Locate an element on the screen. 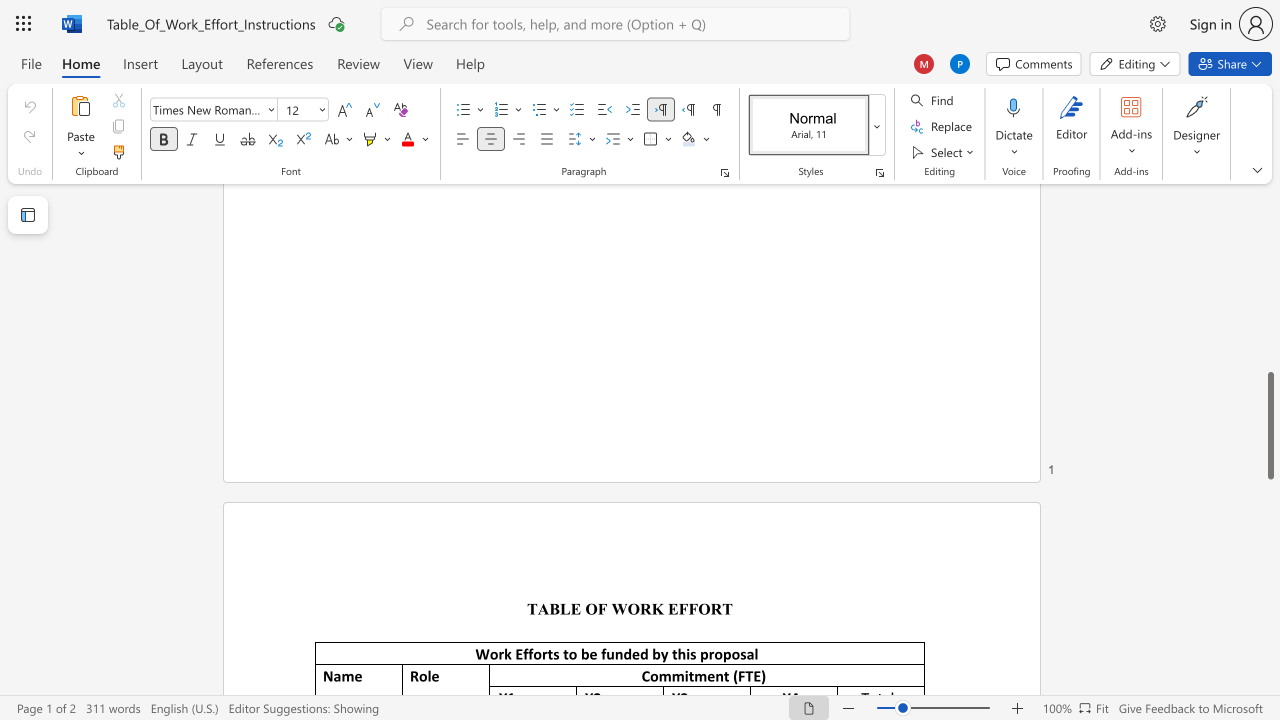 Image resolution: width=1280 pixels, height=720 pixels. the side scrollbar to bring the page up is located at coordinates (1269, 310).